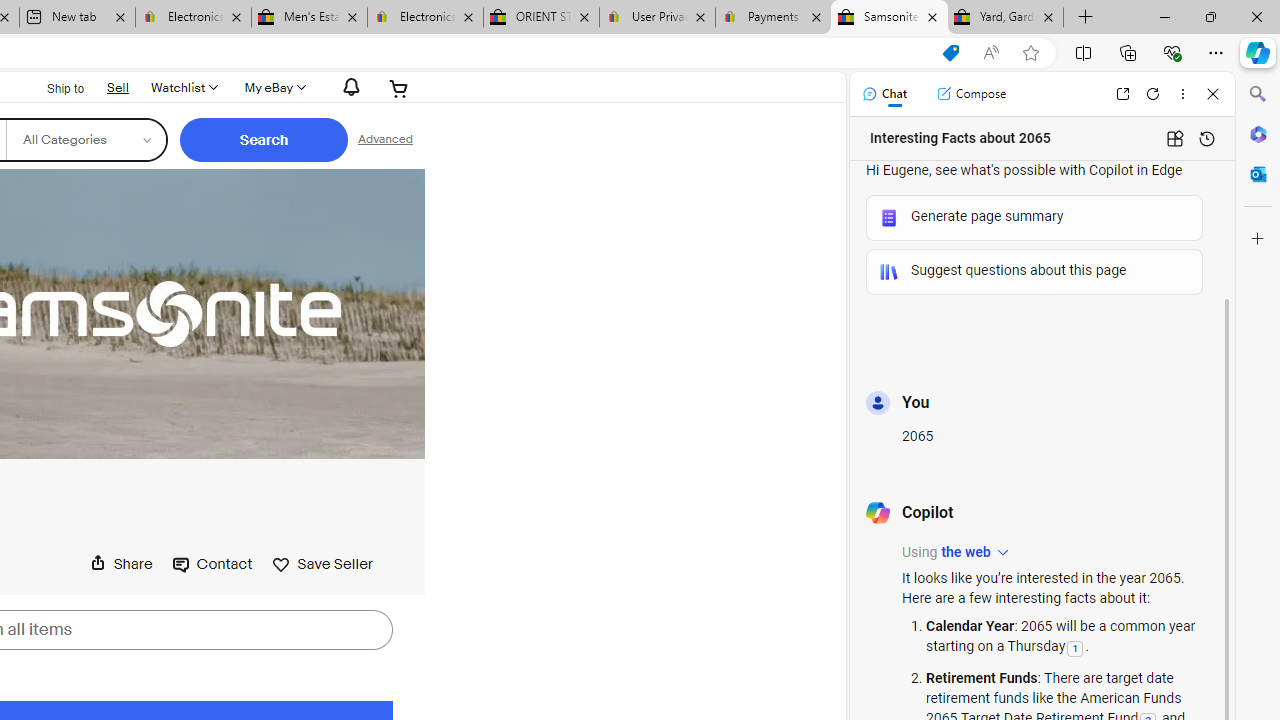 The image size is (1280, 720). What do you see at coordinates (183, 87) in the screenshot?
I see `'Watchlist'` at bounding box center [183, 87].